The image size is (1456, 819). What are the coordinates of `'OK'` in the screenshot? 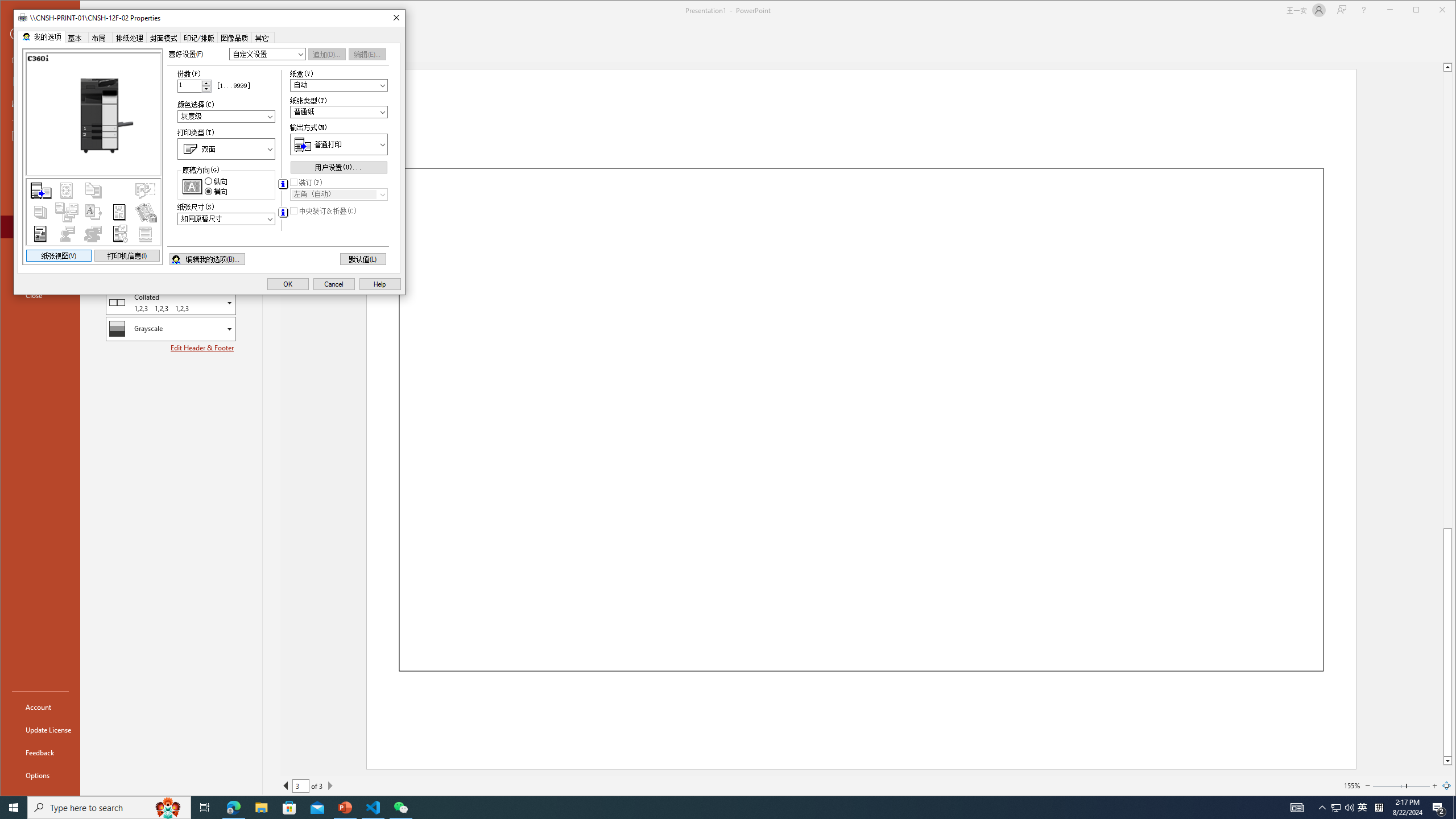 It's located at (287, 283).